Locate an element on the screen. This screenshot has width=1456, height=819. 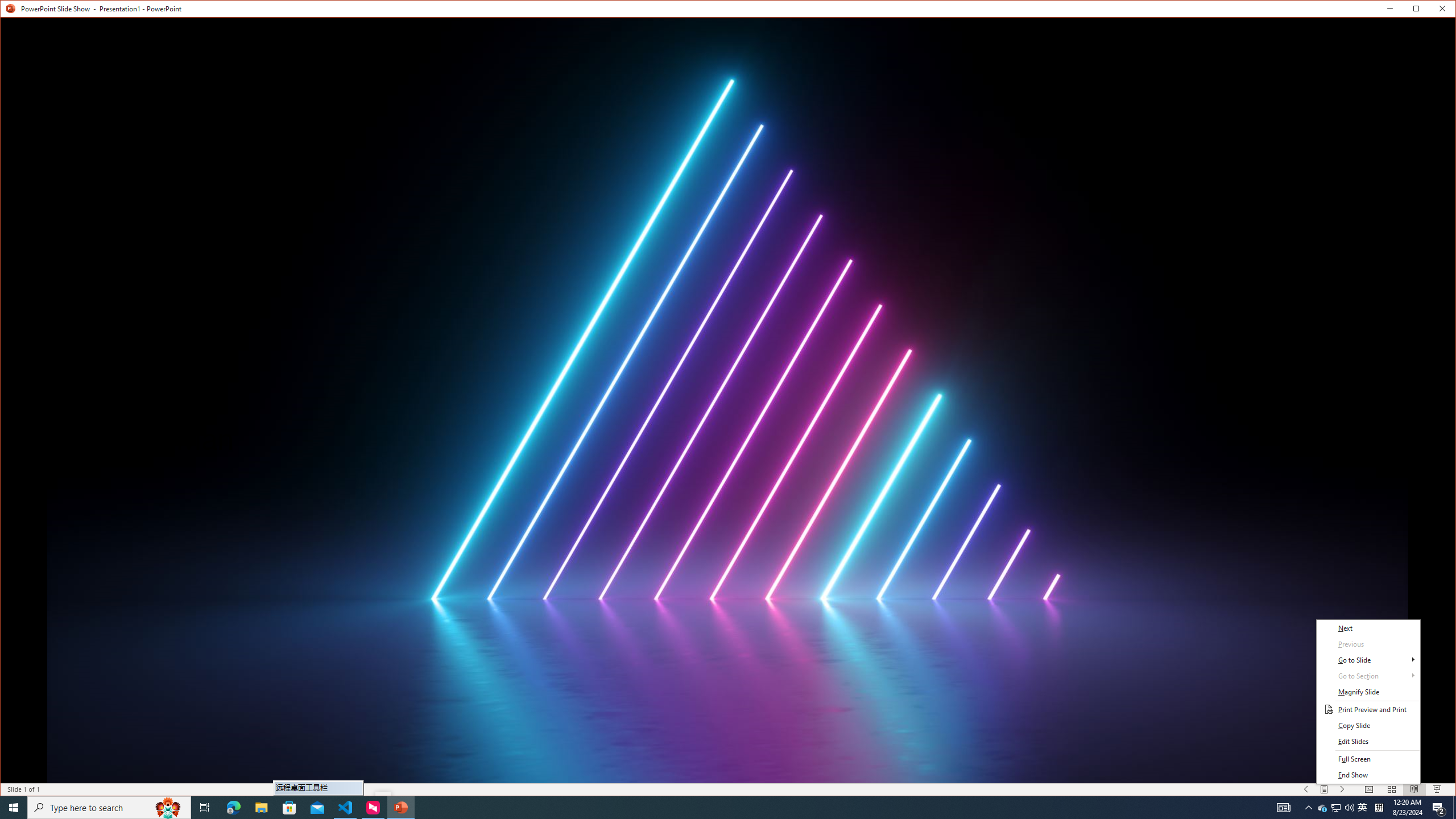
'Go to Slide' is located at coordinates (1368, 660).